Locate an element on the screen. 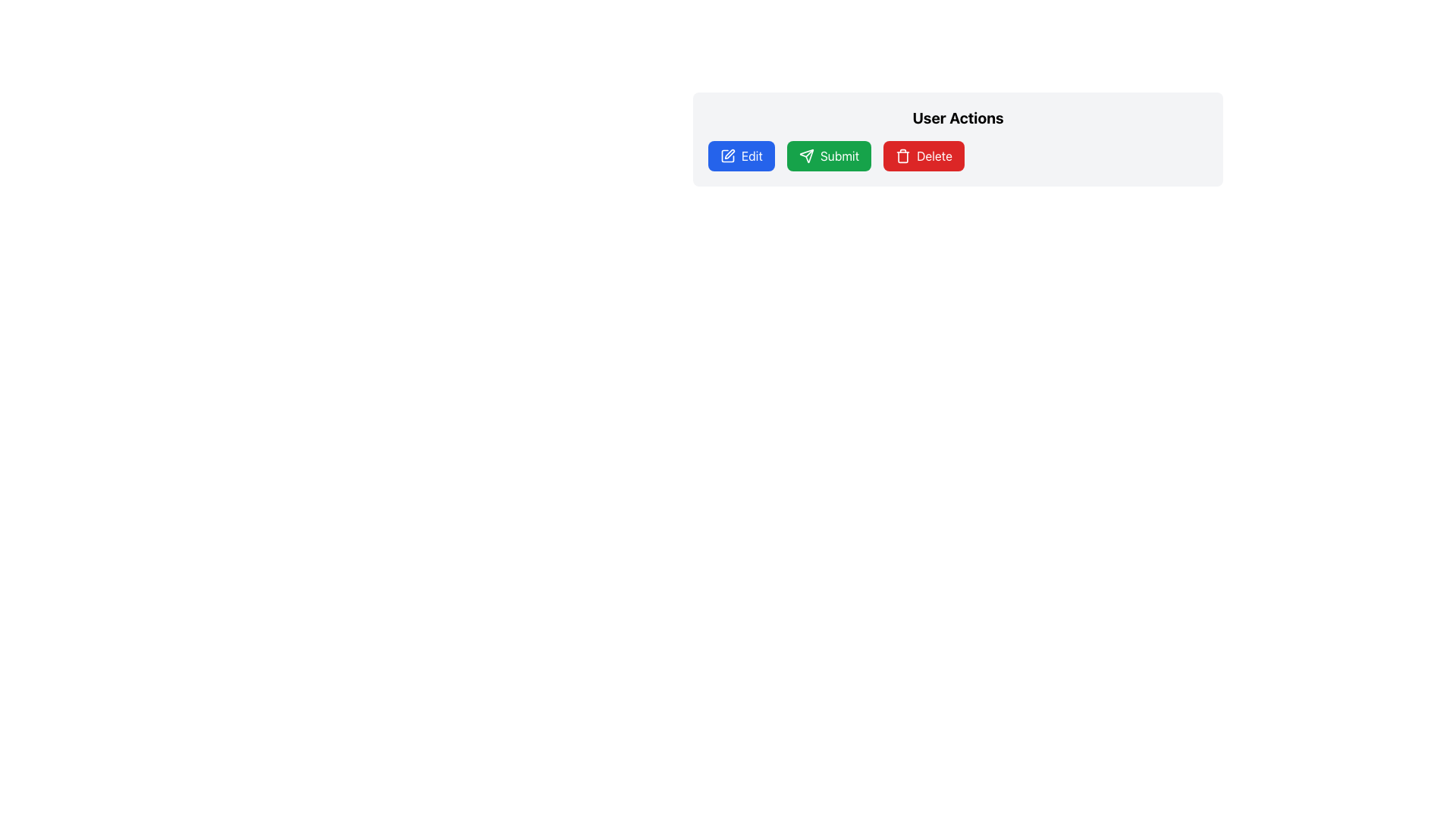 This screenshot has width=1456, height=819. the 'Submit' text label within the green button, which indicates a submission action is located at coordinates (839, 155).